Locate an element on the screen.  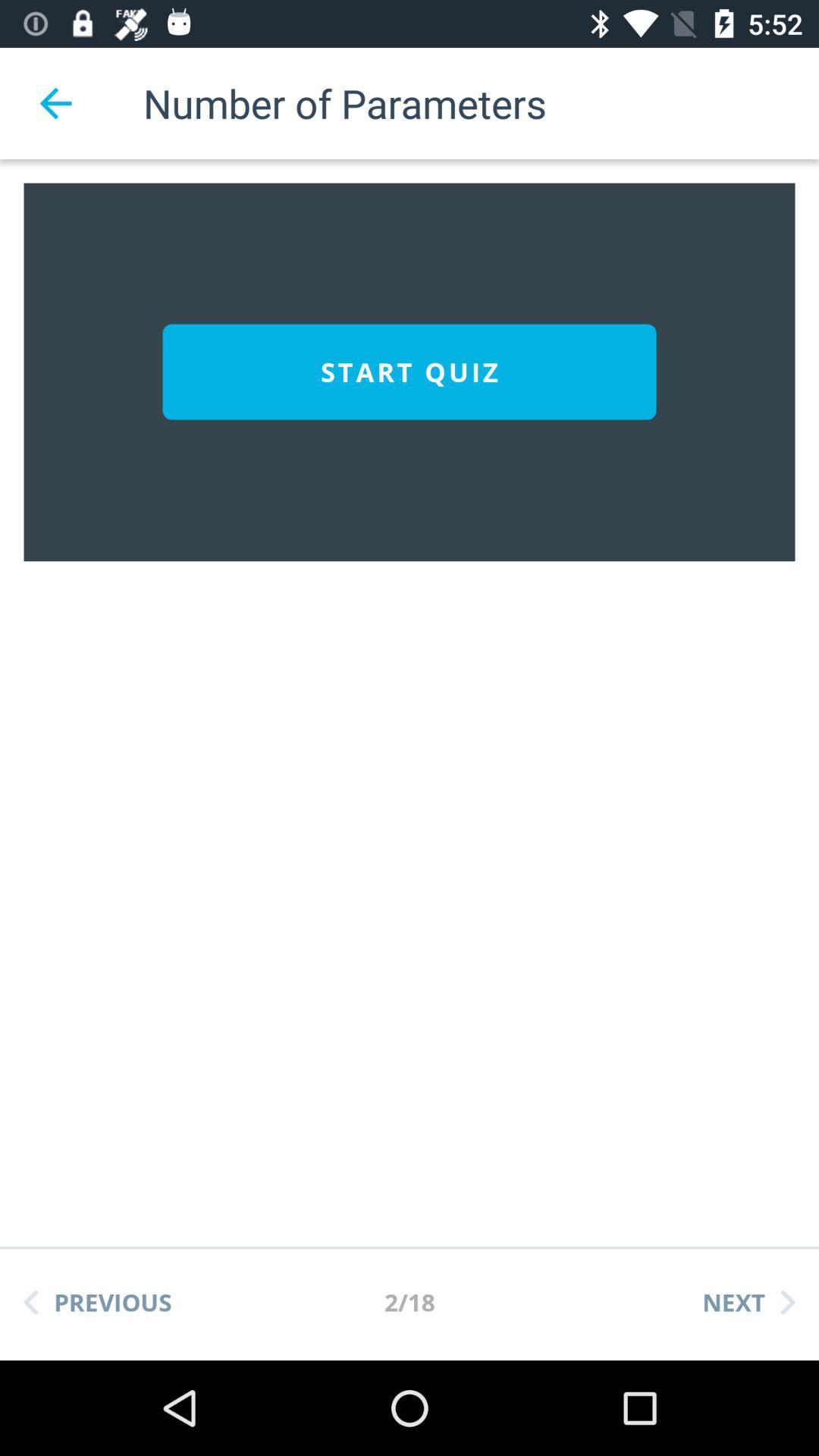
next is located at coordinates (748, 1301).